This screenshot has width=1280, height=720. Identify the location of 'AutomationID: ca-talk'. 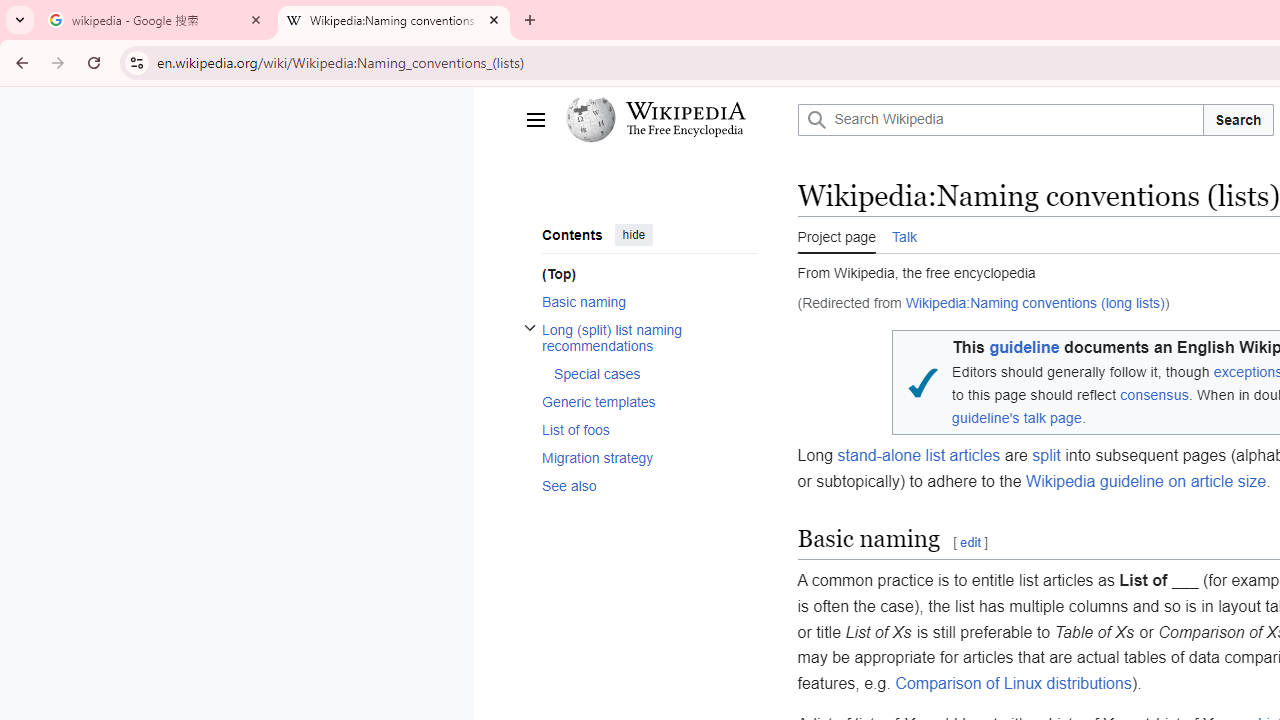
(903, 233).